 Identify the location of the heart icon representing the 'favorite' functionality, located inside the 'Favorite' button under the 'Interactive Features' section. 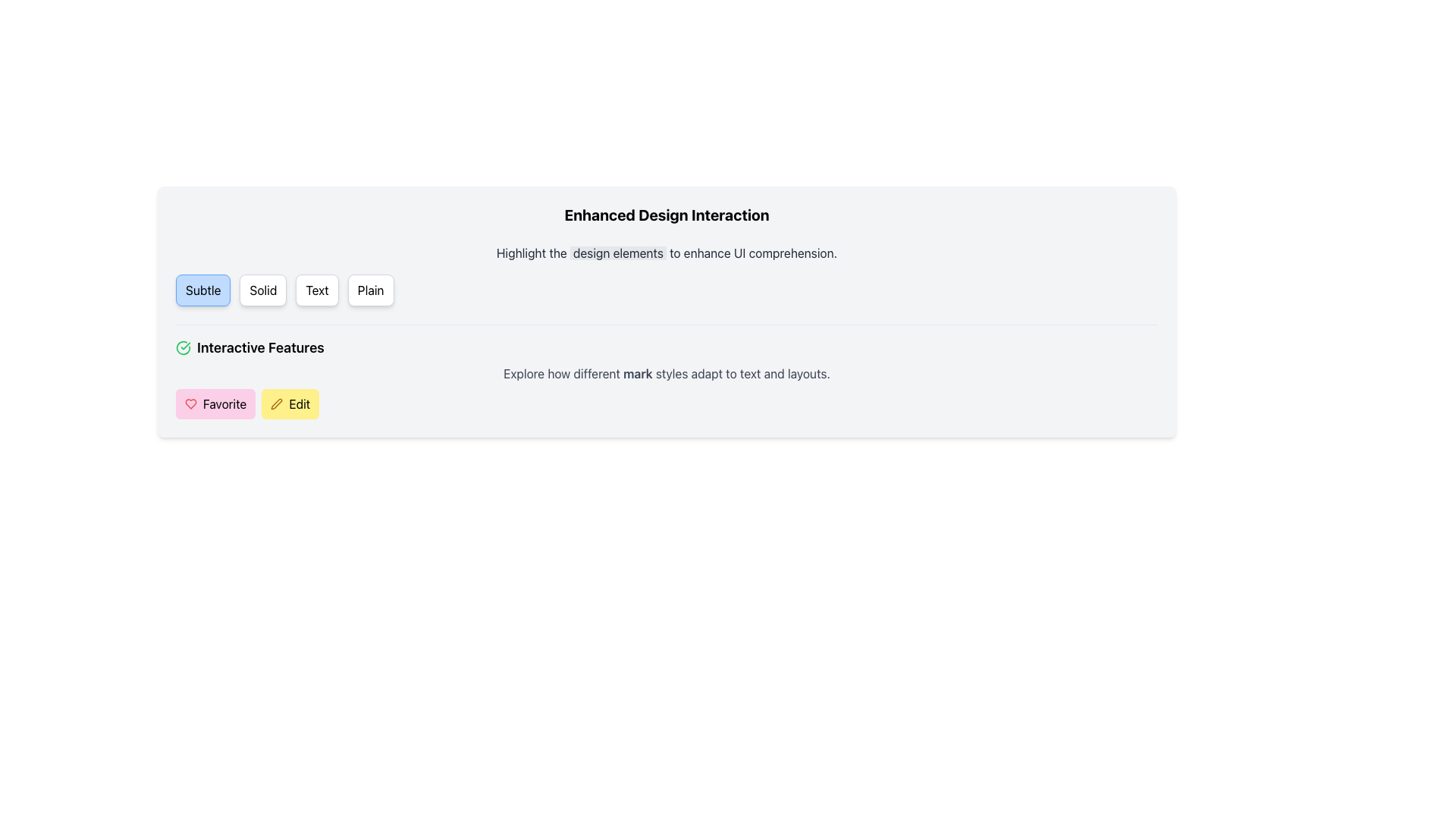
(190, 403).